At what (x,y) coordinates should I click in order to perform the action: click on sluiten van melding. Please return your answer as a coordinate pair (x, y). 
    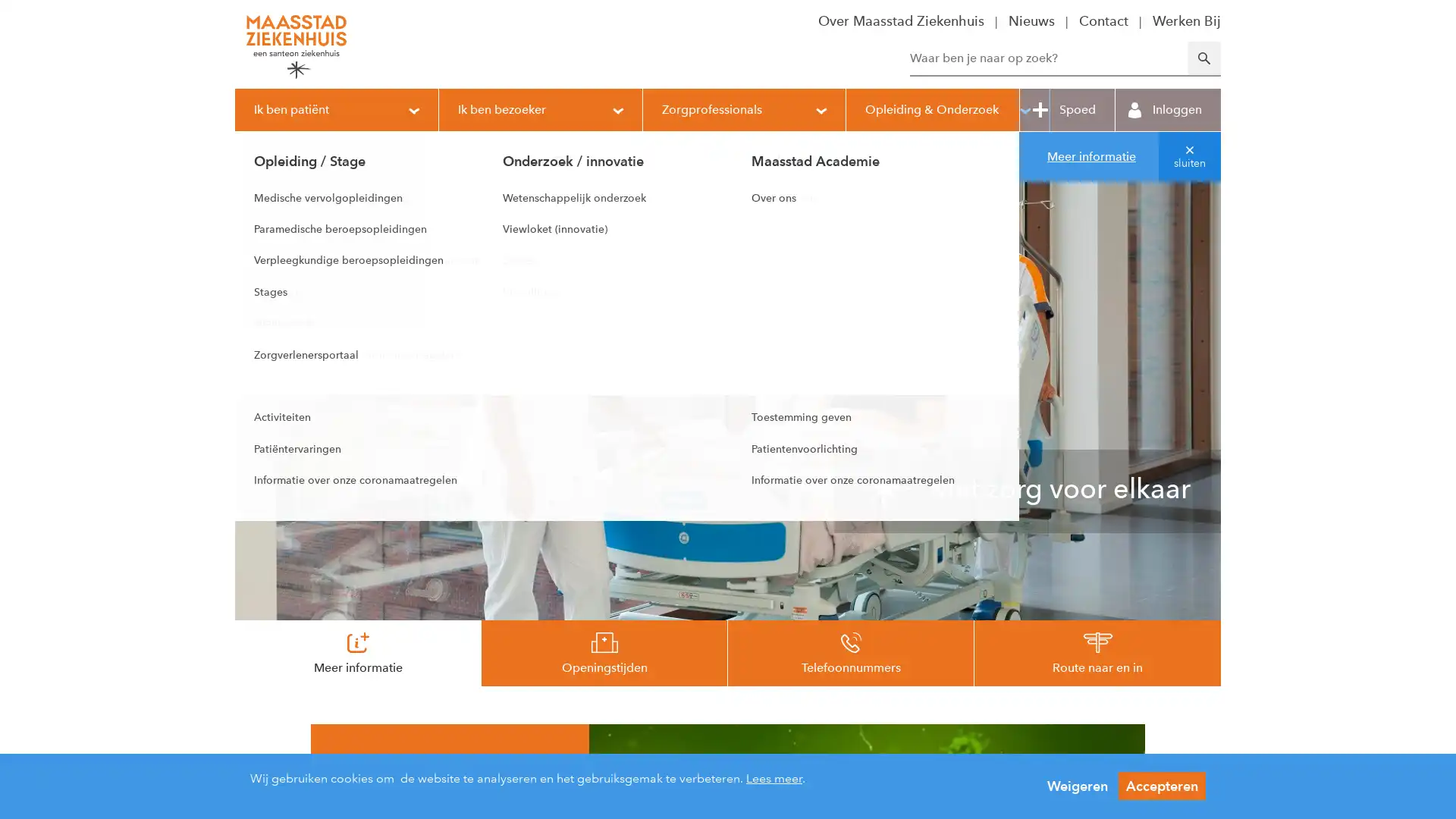
    Looking at the image, I should click on (1189, 157).